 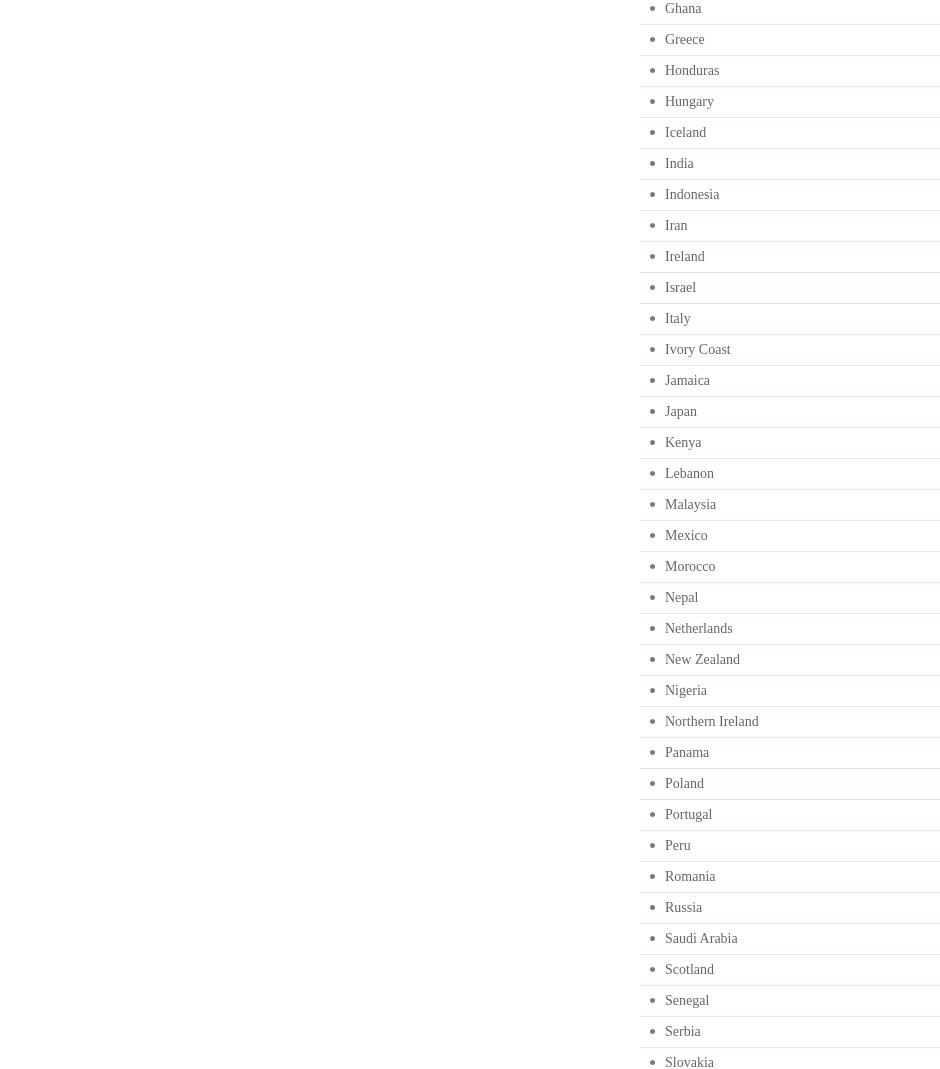 What do you see at coordinates (697, 628) in the screenshot?
I see `'Netherlands'` at bounding box center [697, 628].